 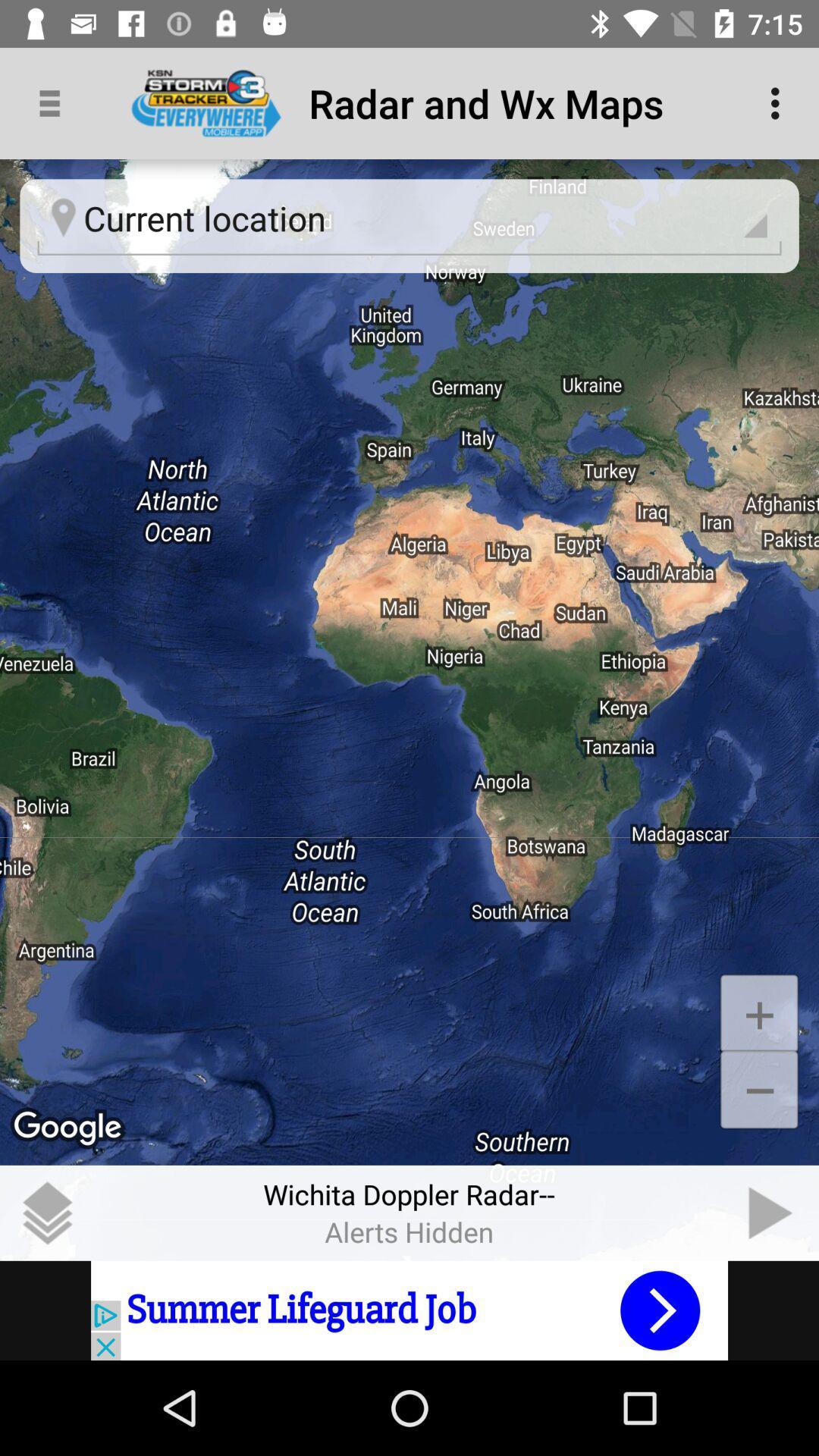 I want to click on button, so click(x=771, y=1212).